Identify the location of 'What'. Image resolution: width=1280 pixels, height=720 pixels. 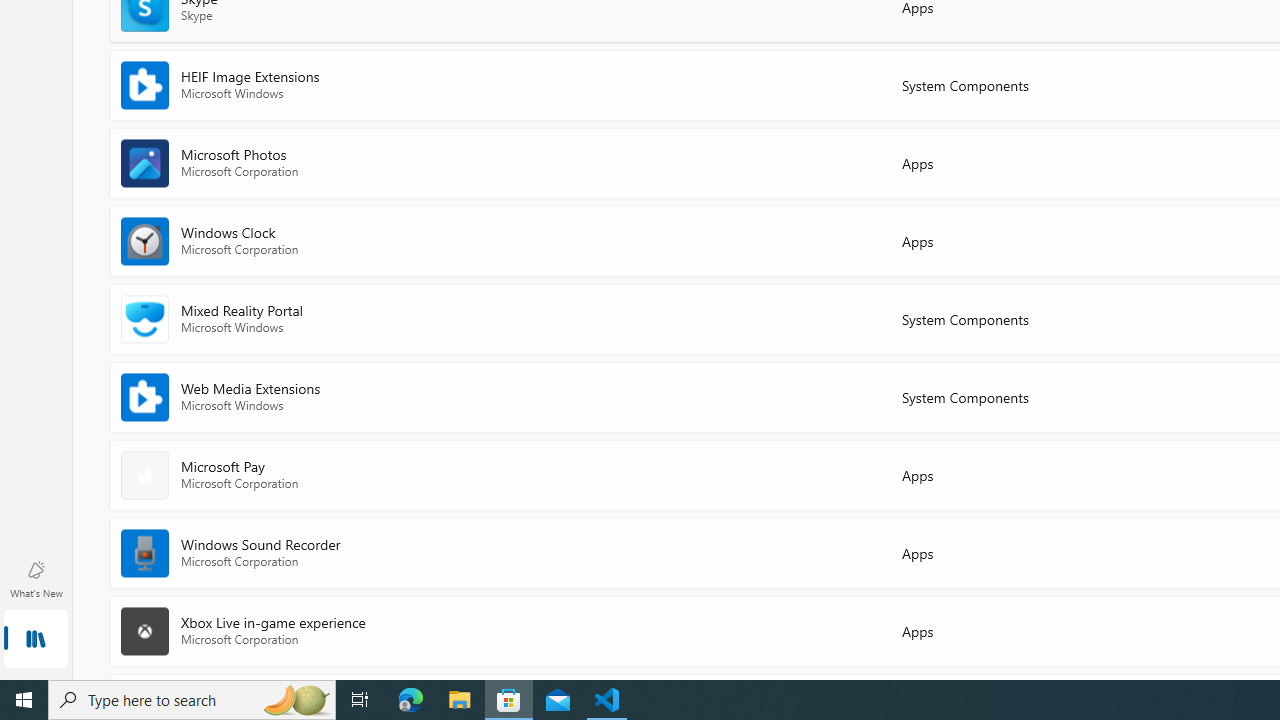
(35, 578).